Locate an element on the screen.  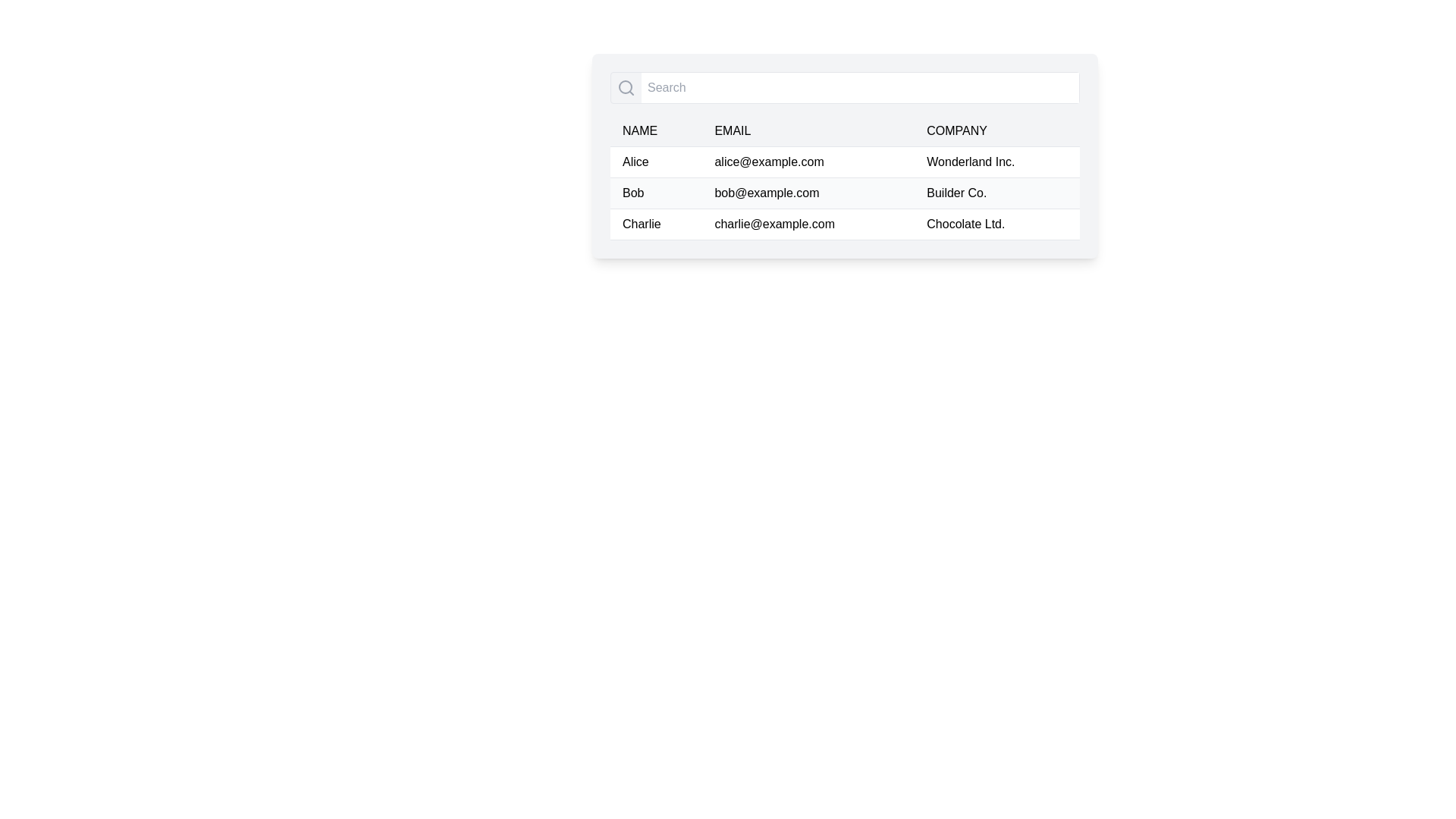
the row displaying information for user 'Bob' is located at coordinates (844, 192).